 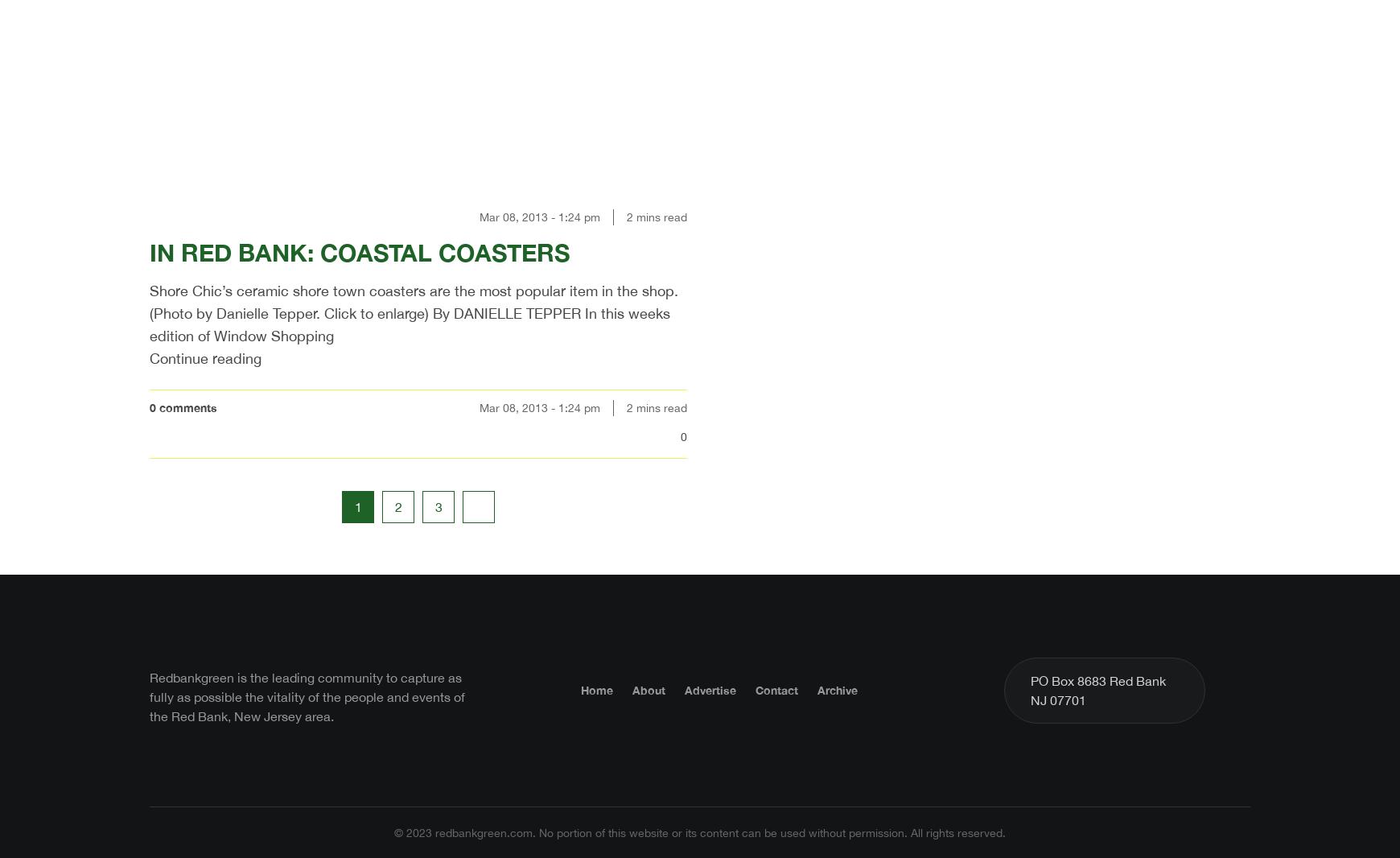 What do you see at coordinates (700, 832) in the screenshot?
I see `'© 2023 redbankgreen.com. No portion of this website or its content can be used without permission. All rights reserved.'` at bounding box center [700, 832].